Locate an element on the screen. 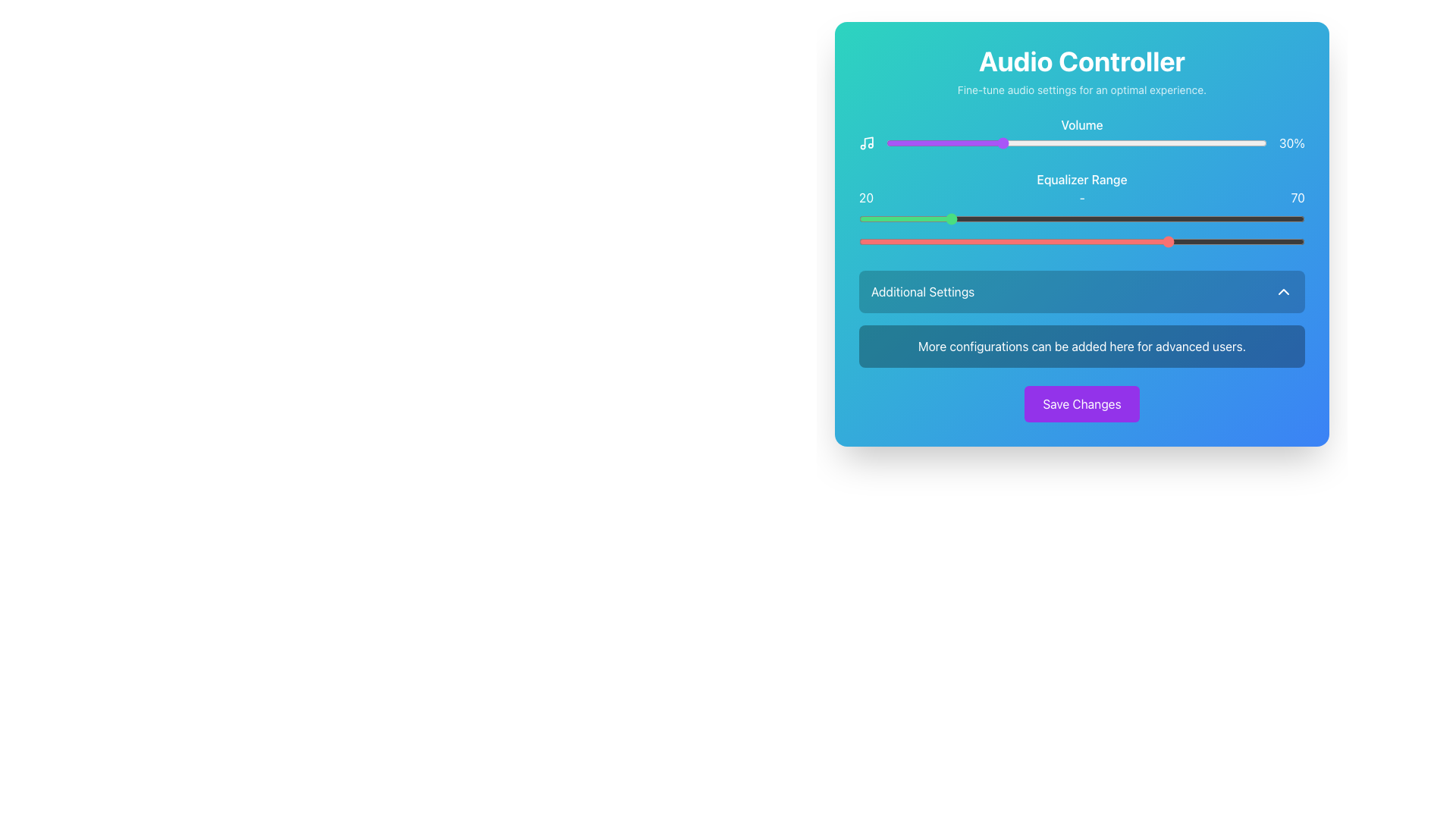 The height and width of the screenshot is (819, 1456). the slider is located at coordinates (1163, 143).